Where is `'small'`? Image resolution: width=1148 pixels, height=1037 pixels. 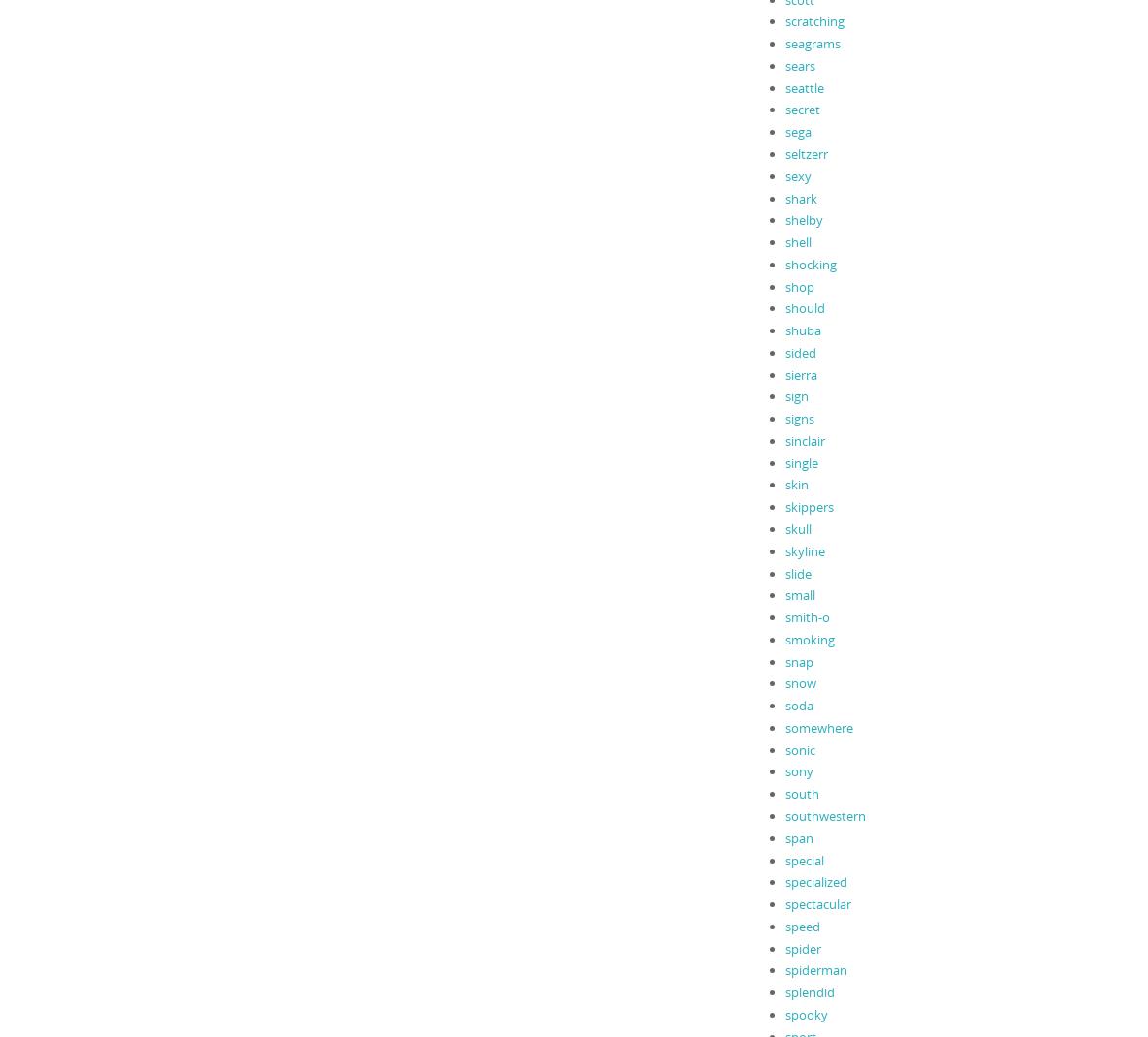 'small' is located at coordinates (799, 593).